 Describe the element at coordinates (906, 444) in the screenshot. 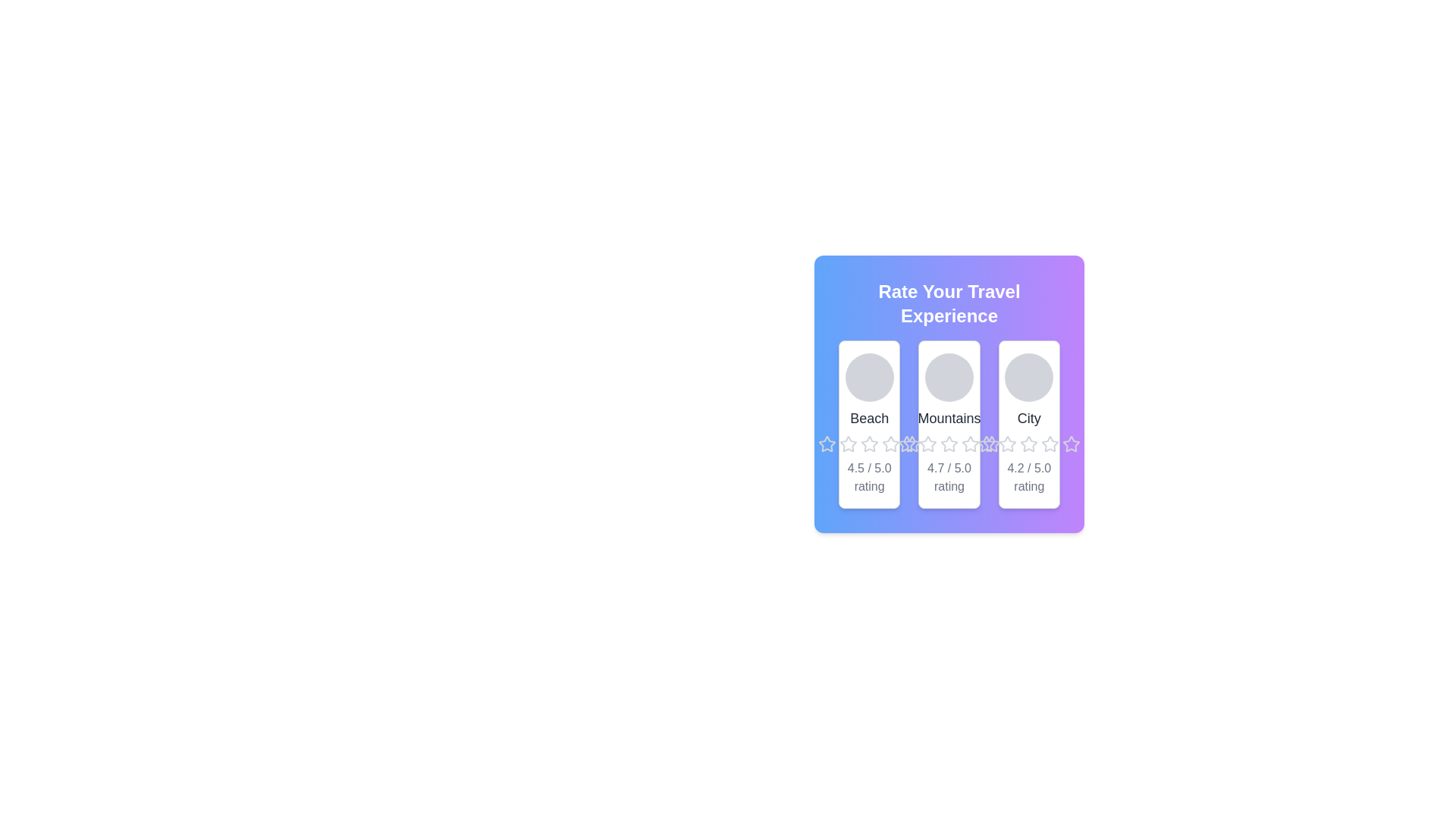

I see `the second star in the interactive rating component below the 'Mountains' card` at that location.